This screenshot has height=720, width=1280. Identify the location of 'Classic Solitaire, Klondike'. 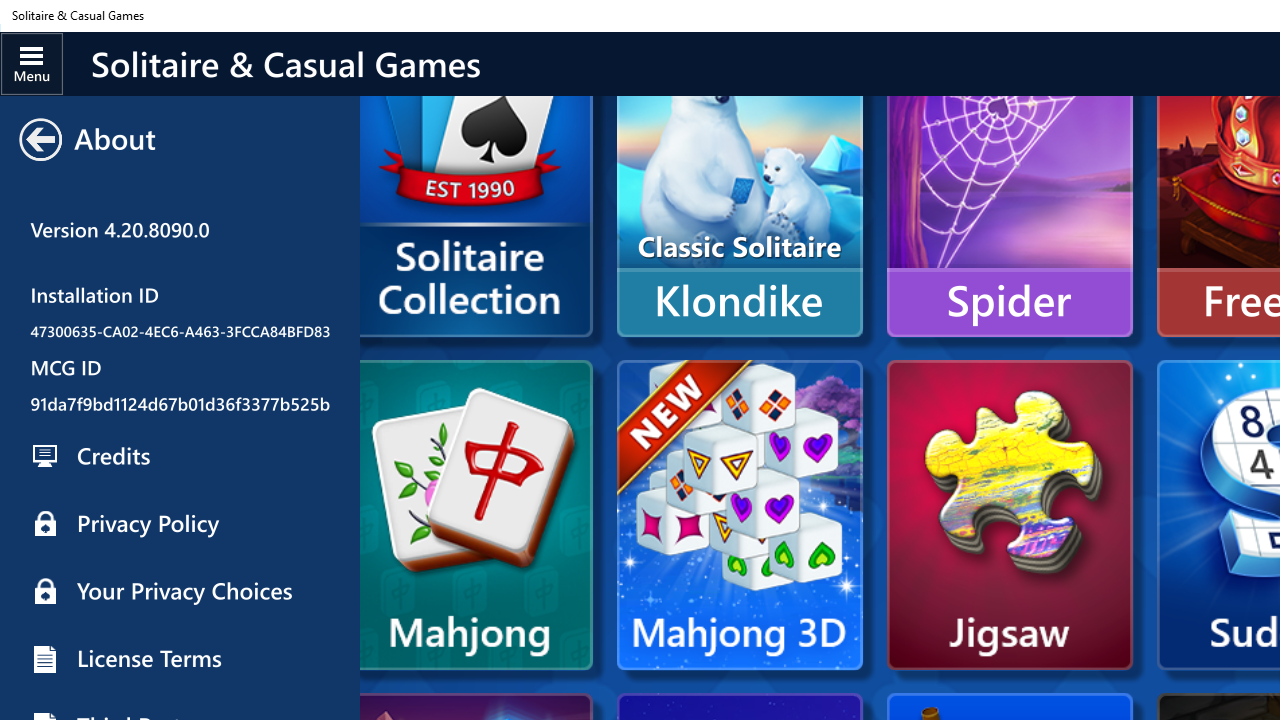
(738, 182).